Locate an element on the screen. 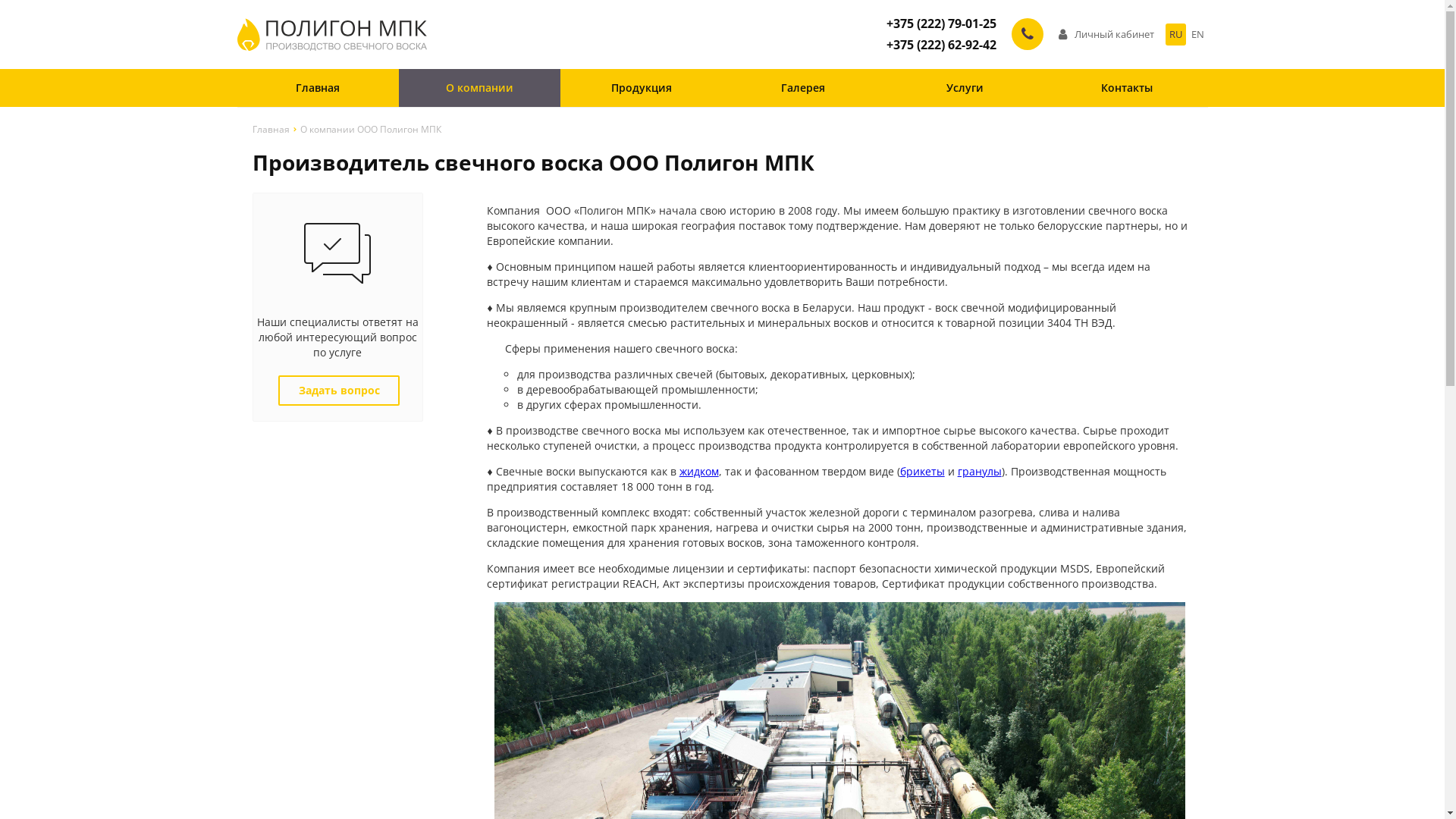 The width and height of the screenshot is (1456, 819). '+375 (222) 62-92-42' is located at coordinates (940, 44).